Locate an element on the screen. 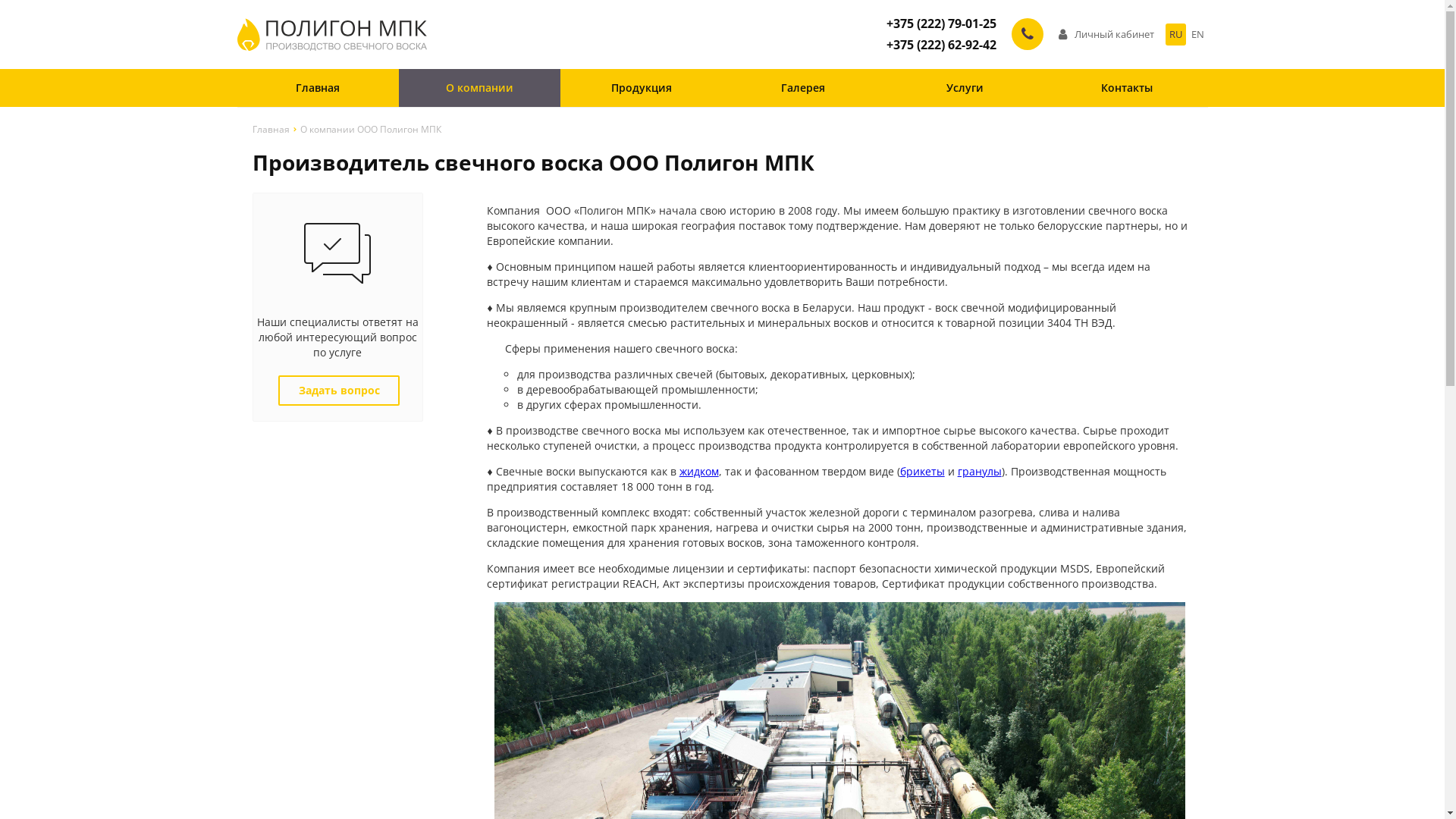 The width and height of the screenshot is (1456, 819). '+375 (222) 62-92-42' is located at coordinates (940, 44).